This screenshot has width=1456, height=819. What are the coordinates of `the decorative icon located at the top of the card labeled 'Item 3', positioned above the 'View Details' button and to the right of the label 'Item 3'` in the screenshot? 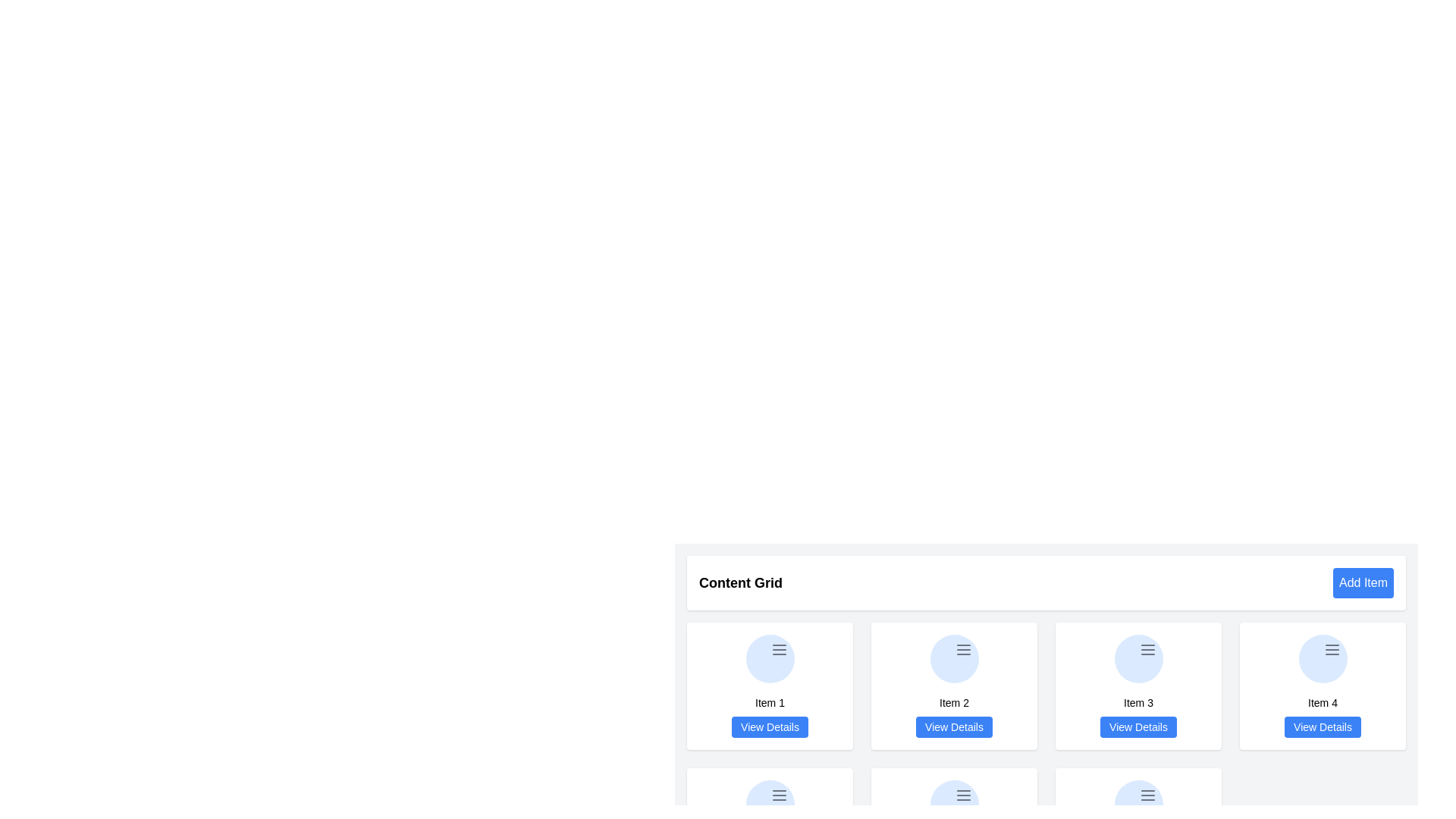 It's located at (1138, 657).